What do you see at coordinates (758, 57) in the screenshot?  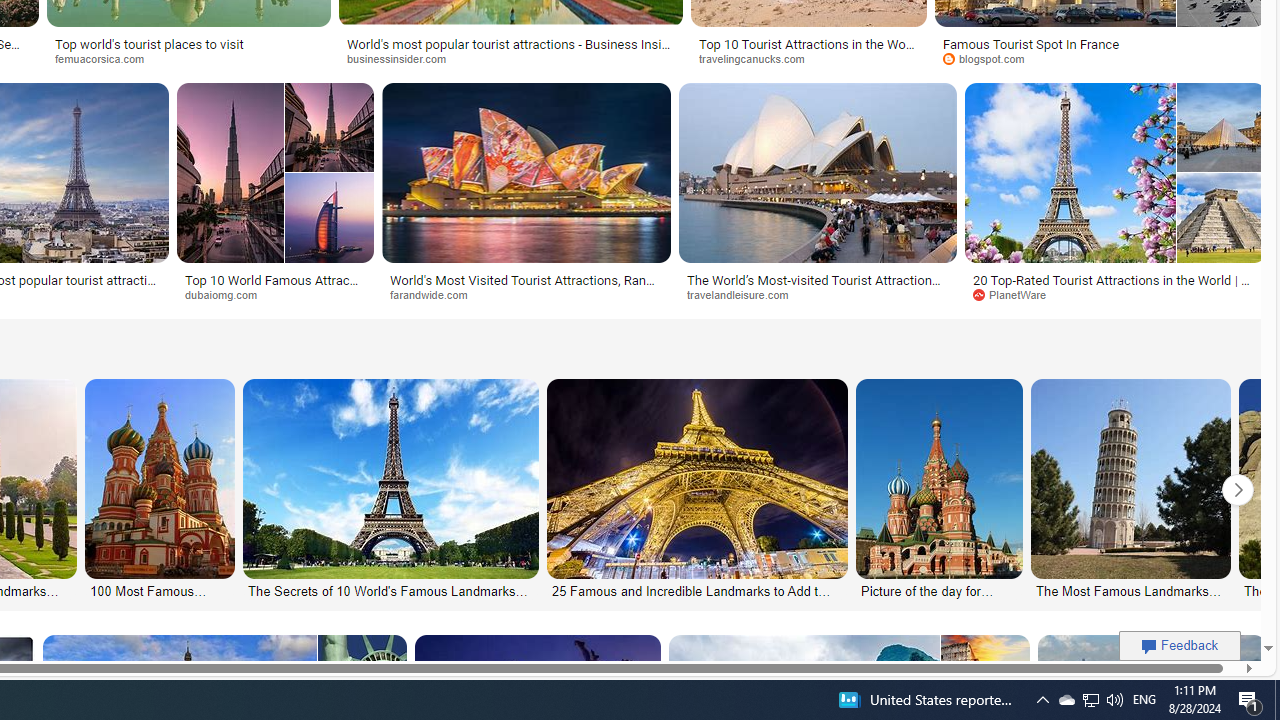 I see `'travelingcanucks.com'` at bounding box center [758, 57].